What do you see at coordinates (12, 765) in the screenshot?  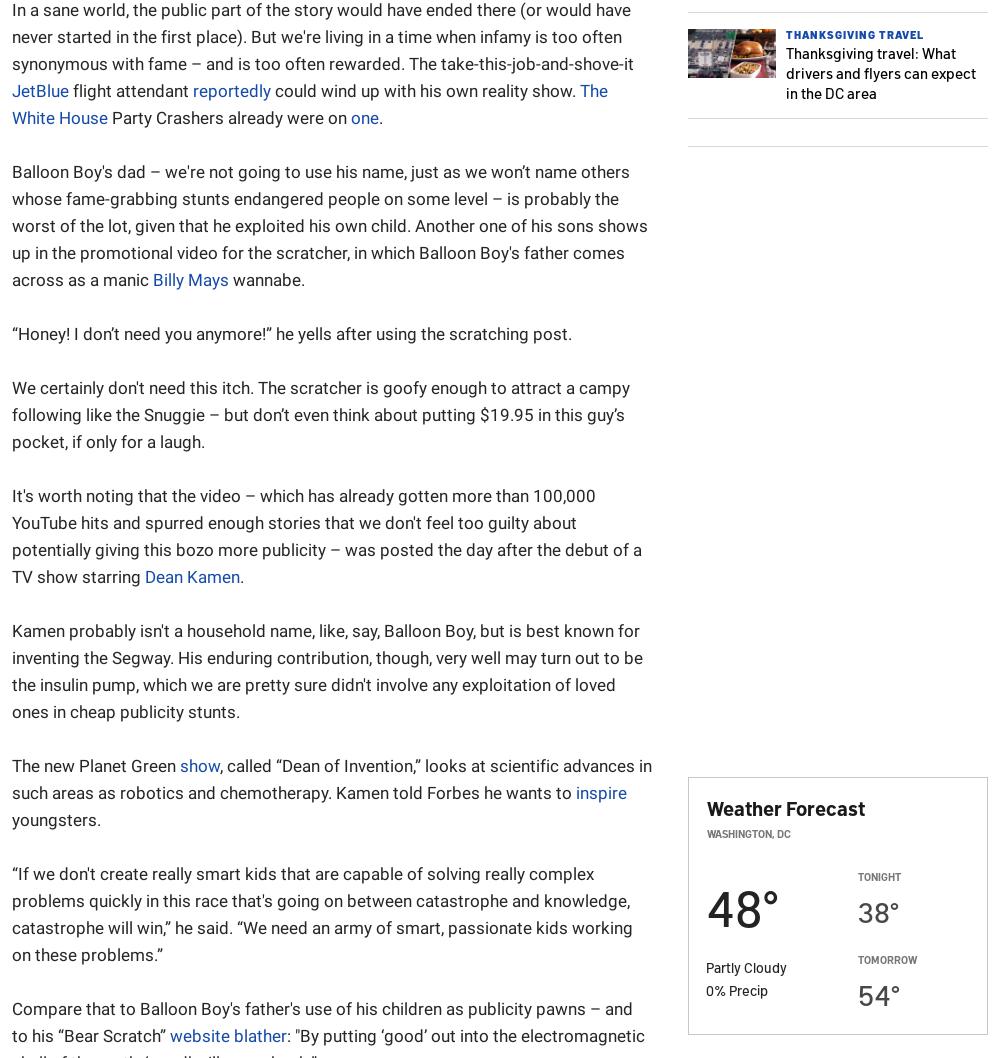 I see `'The new Planet Green'` at bounding box center [12, 765].